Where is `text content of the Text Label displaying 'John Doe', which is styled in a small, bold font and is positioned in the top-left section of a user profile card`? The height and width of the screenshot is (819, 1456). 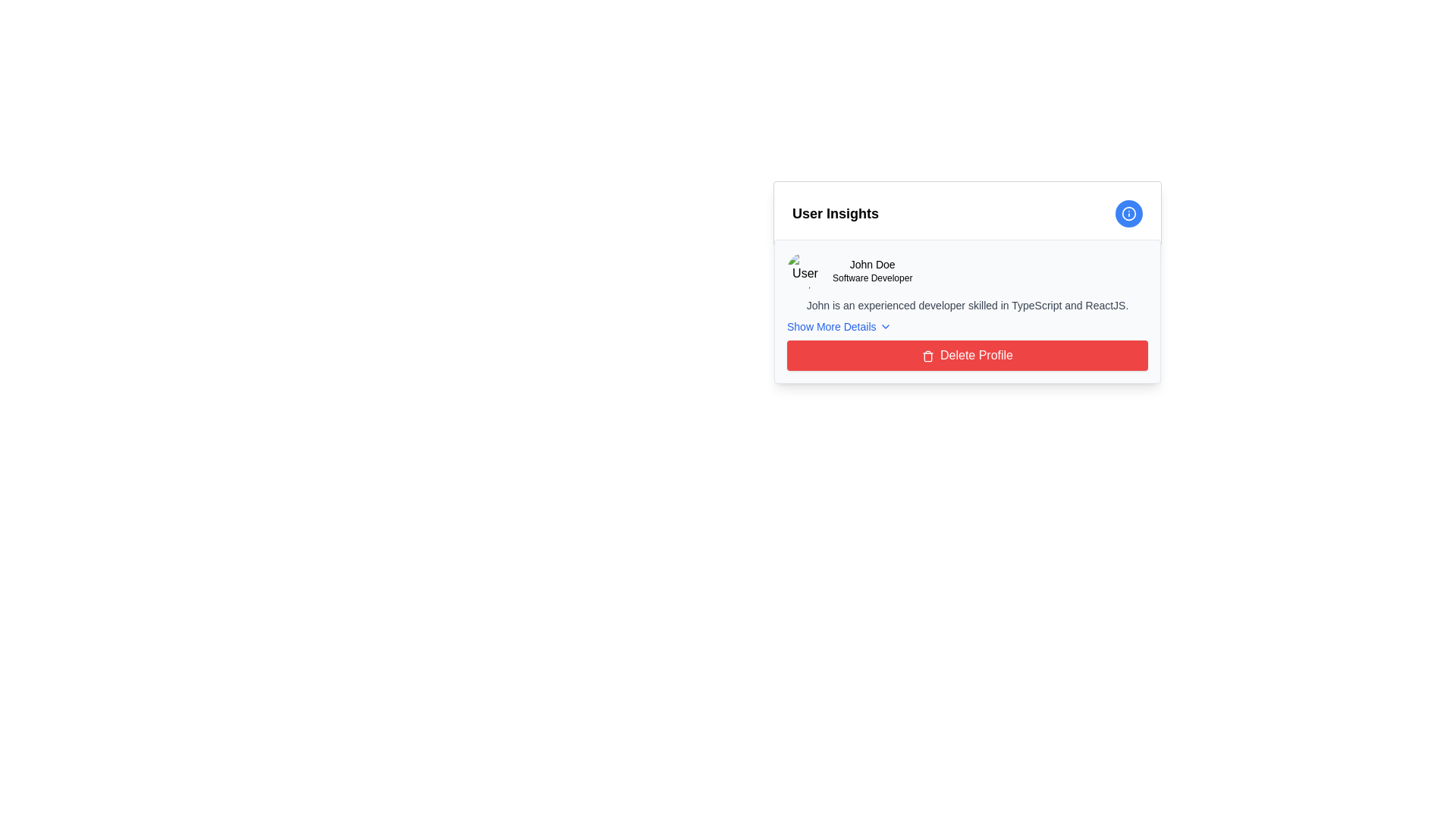 text content of the Text Label displaying 'John Doe', which is styled in a small, bold font and is positioned in the top-left section of a user profile card is located at coordinates (872, 263).